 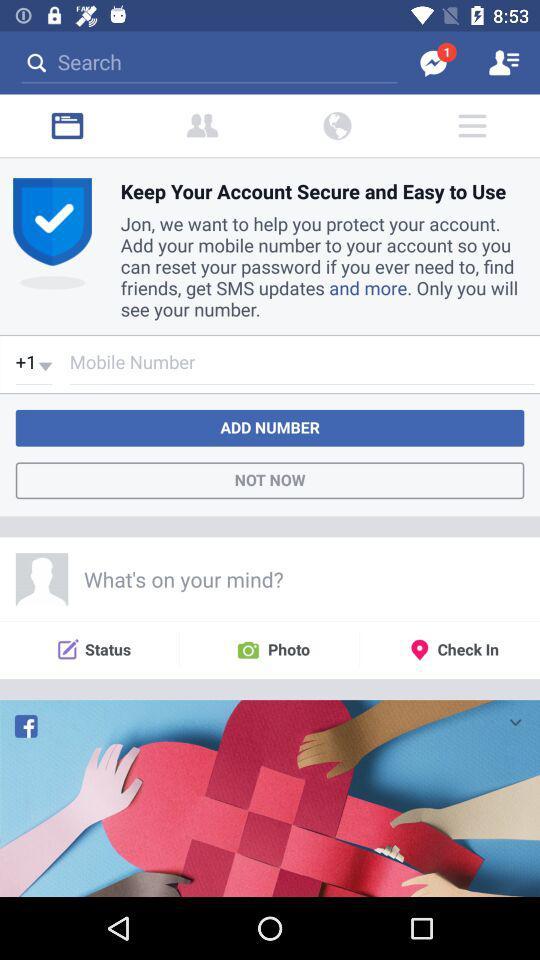 What do you see at coordinates (33, 366) in the screenshot?
I see `the beside mobile number drop down button` at bounding box center [33, 366].